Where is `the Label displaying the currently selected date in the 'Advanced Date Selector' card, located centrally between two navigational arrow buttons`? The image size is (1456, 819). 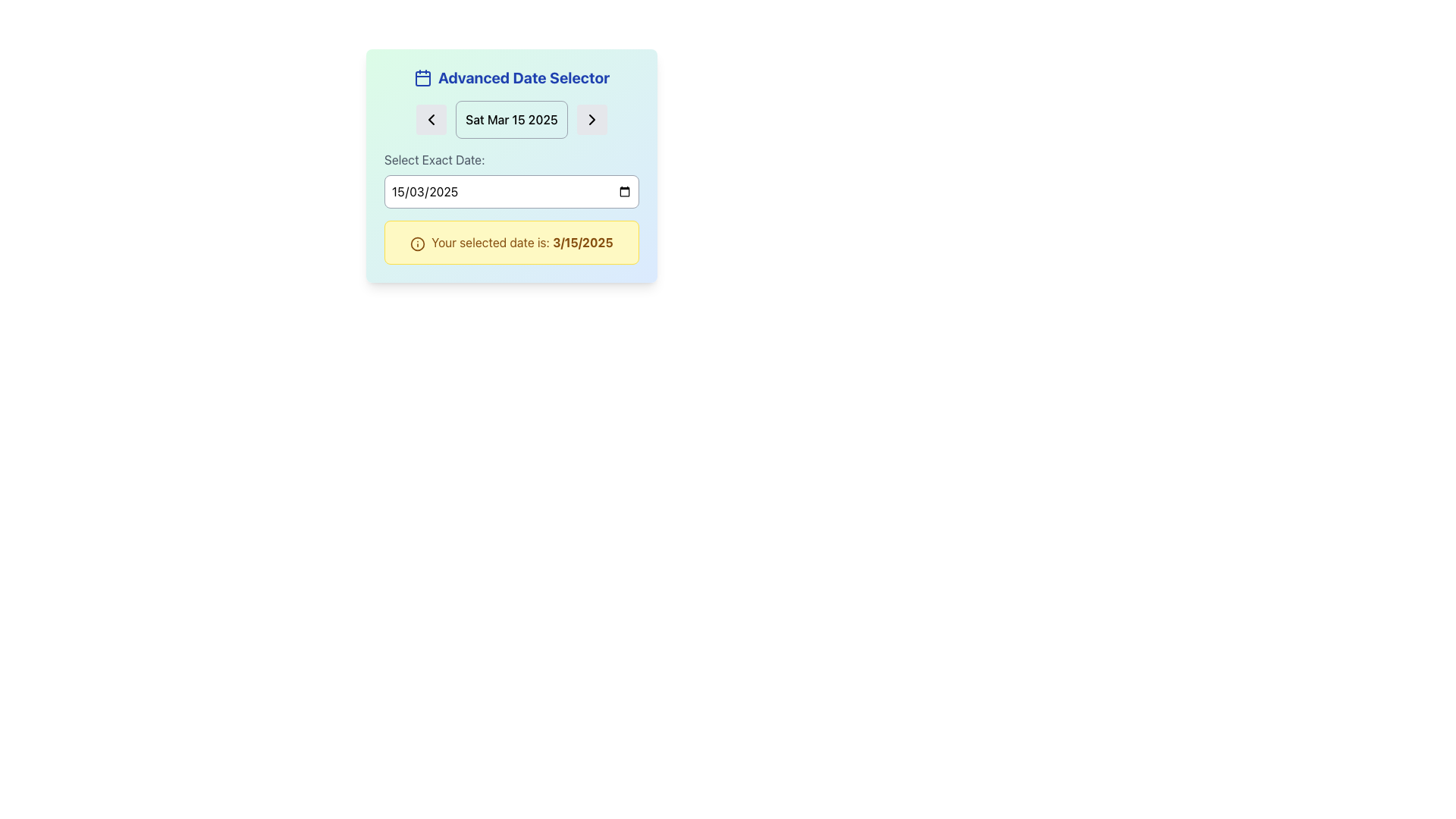
the Label displaying the currently selected date in the 'Advanced Date Selector' card, located centrally between two navigational arrow buttons is located at coordinates (512, 119).